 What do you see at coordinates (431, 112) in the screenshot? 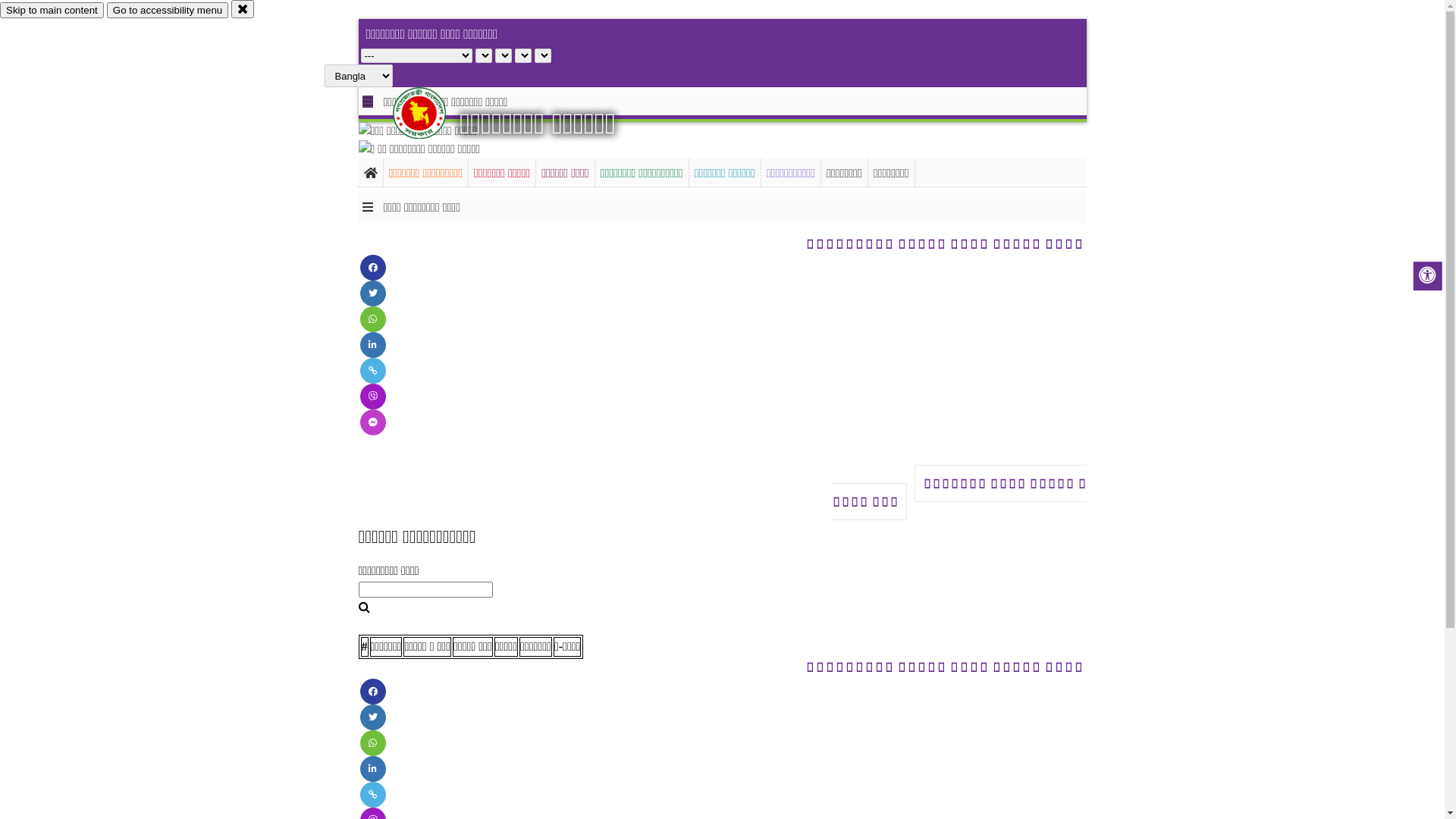
I see `'` at bounding box center [431, 112].